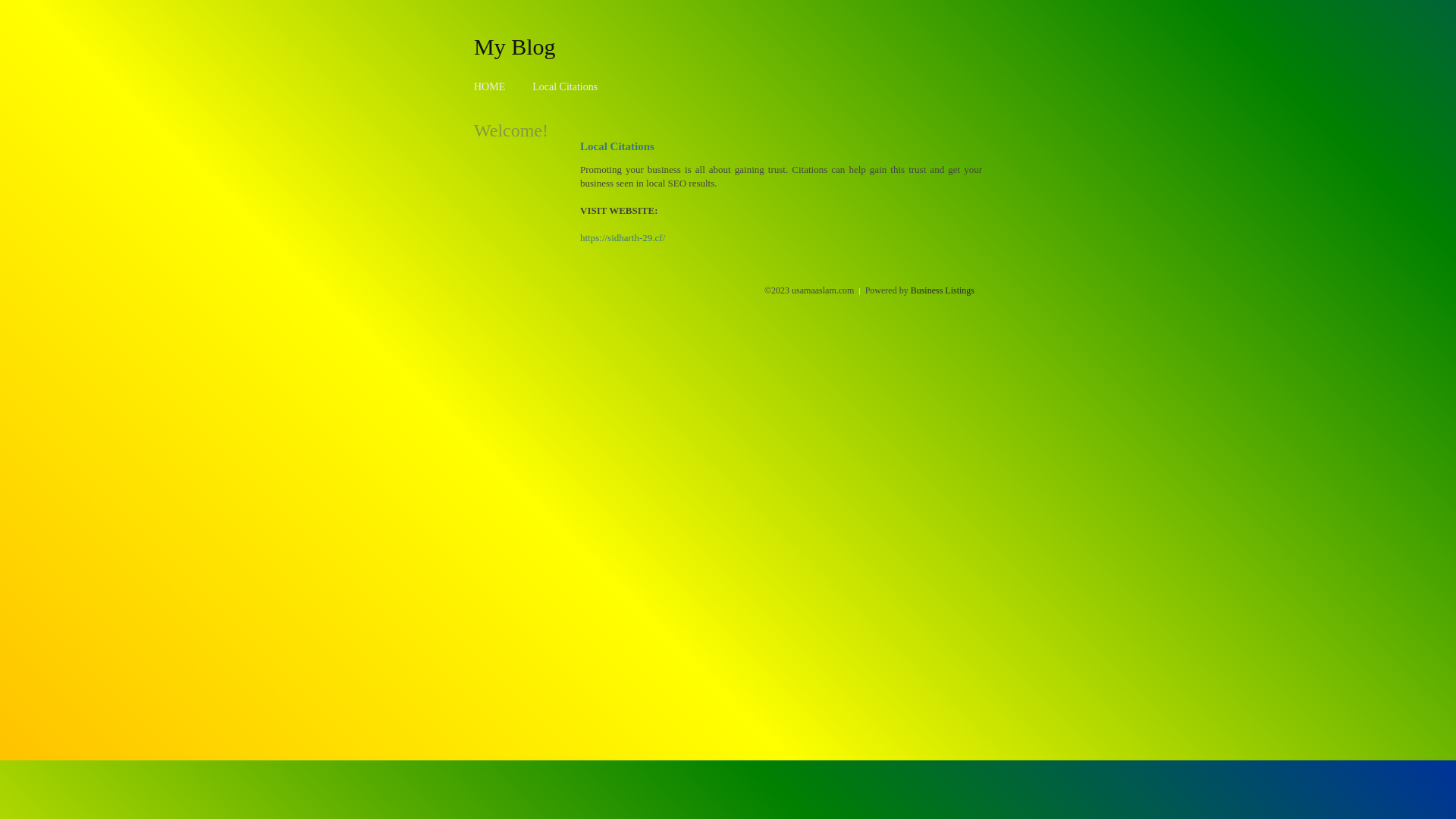 The image size is (1456, 819). What do you see at coordinates (563, 86) in the screenshot?
I see `'Local Citations'` at bounding box center [563, 86].